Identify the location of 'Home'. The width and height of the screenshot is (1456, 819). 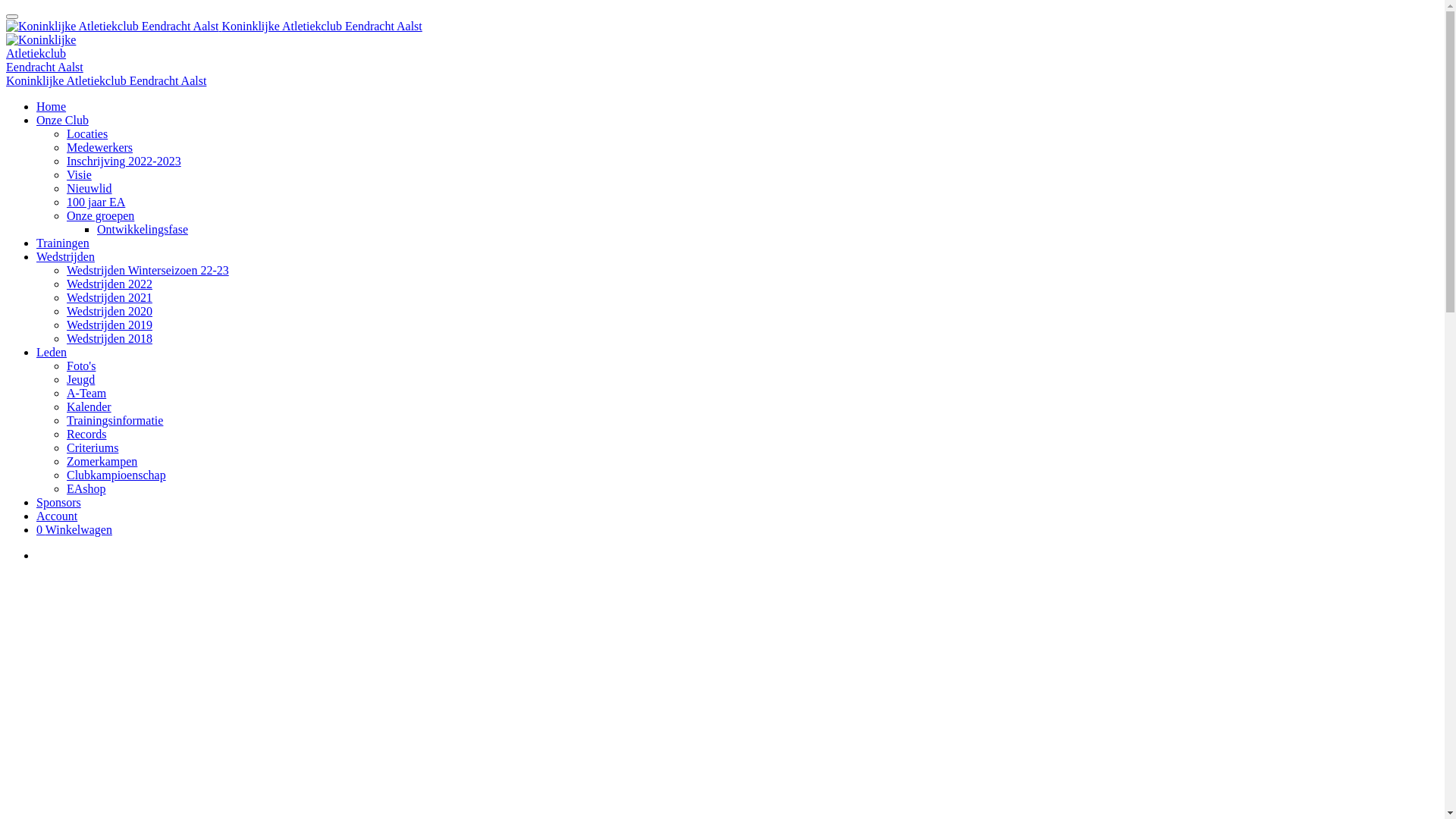
(51, 105).